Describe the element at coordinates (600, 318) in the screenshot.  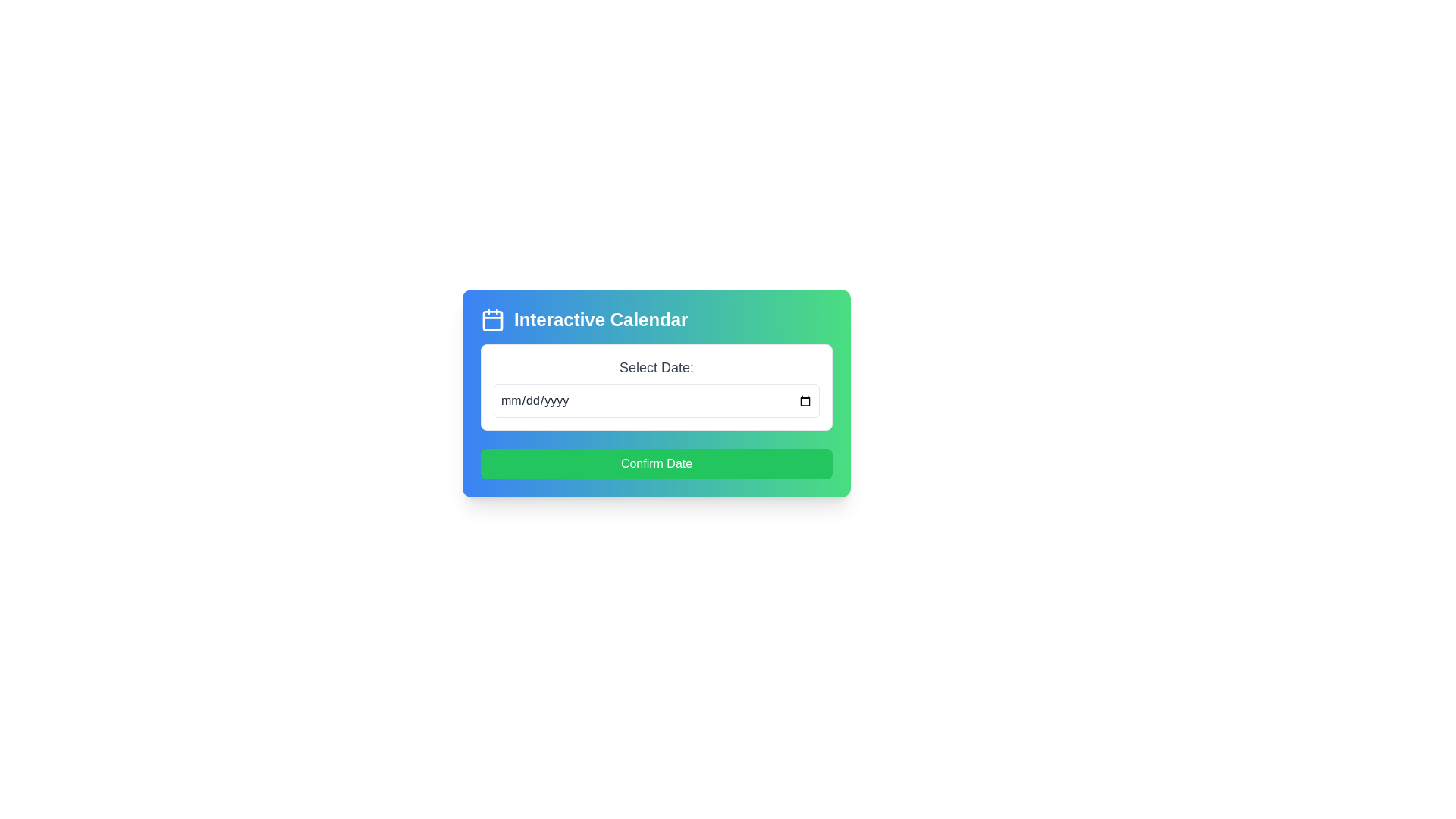
I see `the Text Label that serves as the title of the interface, located at the top center of the card interface, next to the calendar icon` at that location.